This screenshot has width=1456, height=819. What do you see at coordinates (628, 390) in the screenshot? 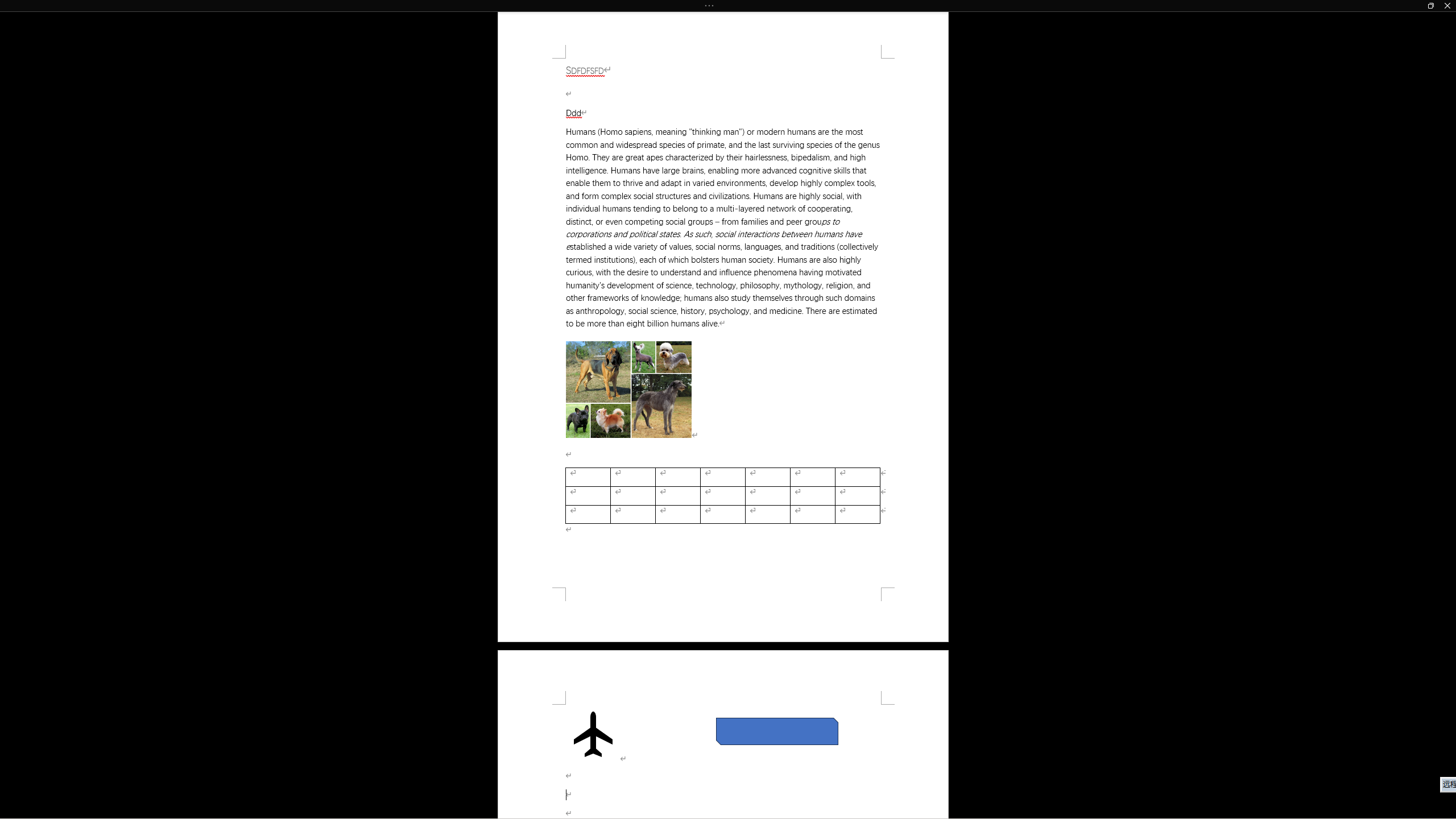
I see `'Morphological variation in six dogs'` at bounding box center [628, 390].